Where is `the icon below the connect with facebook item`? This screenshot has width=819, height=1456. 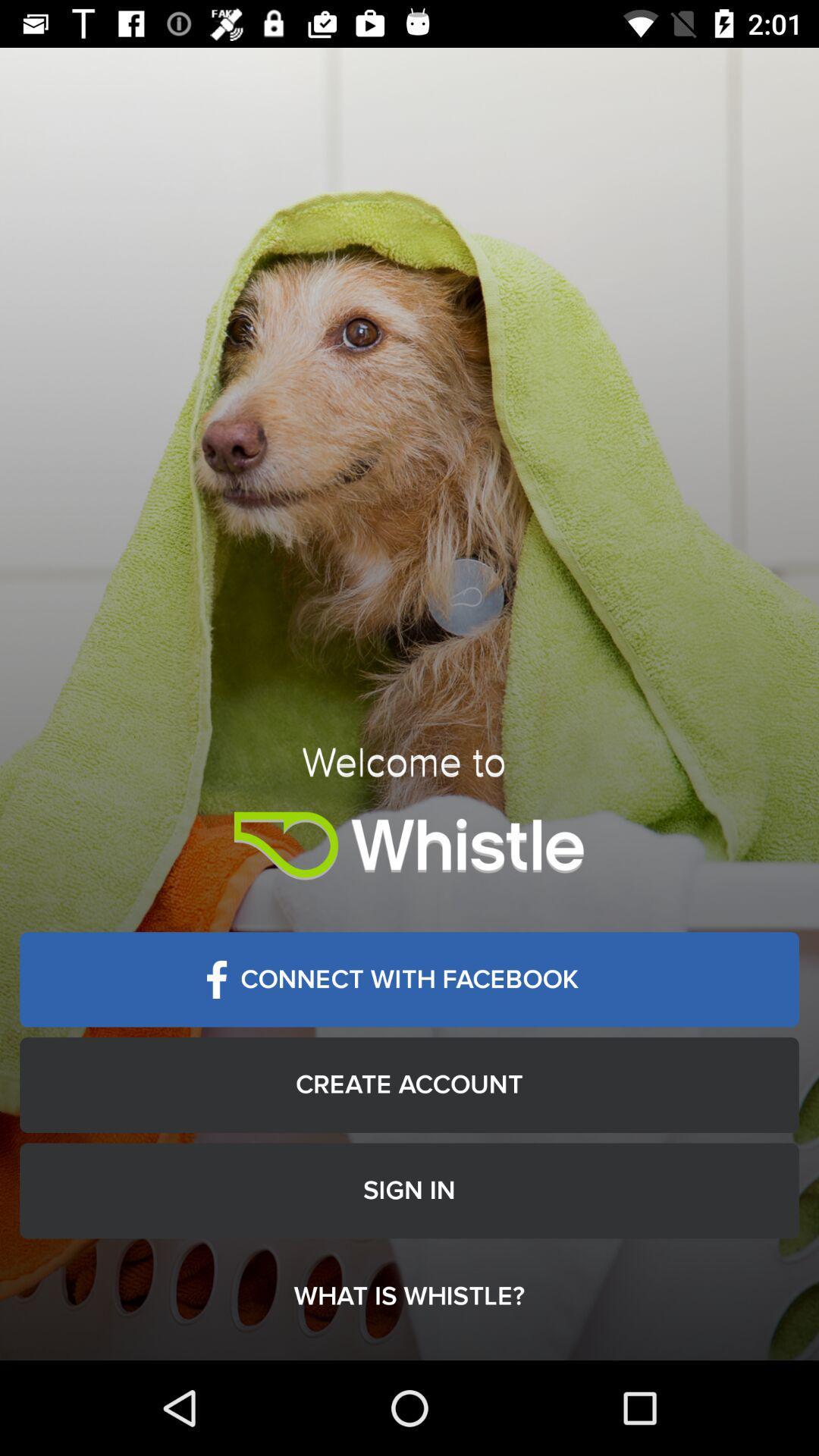
the icon below the connect with facebook item is located at coordinates (409, 1084).